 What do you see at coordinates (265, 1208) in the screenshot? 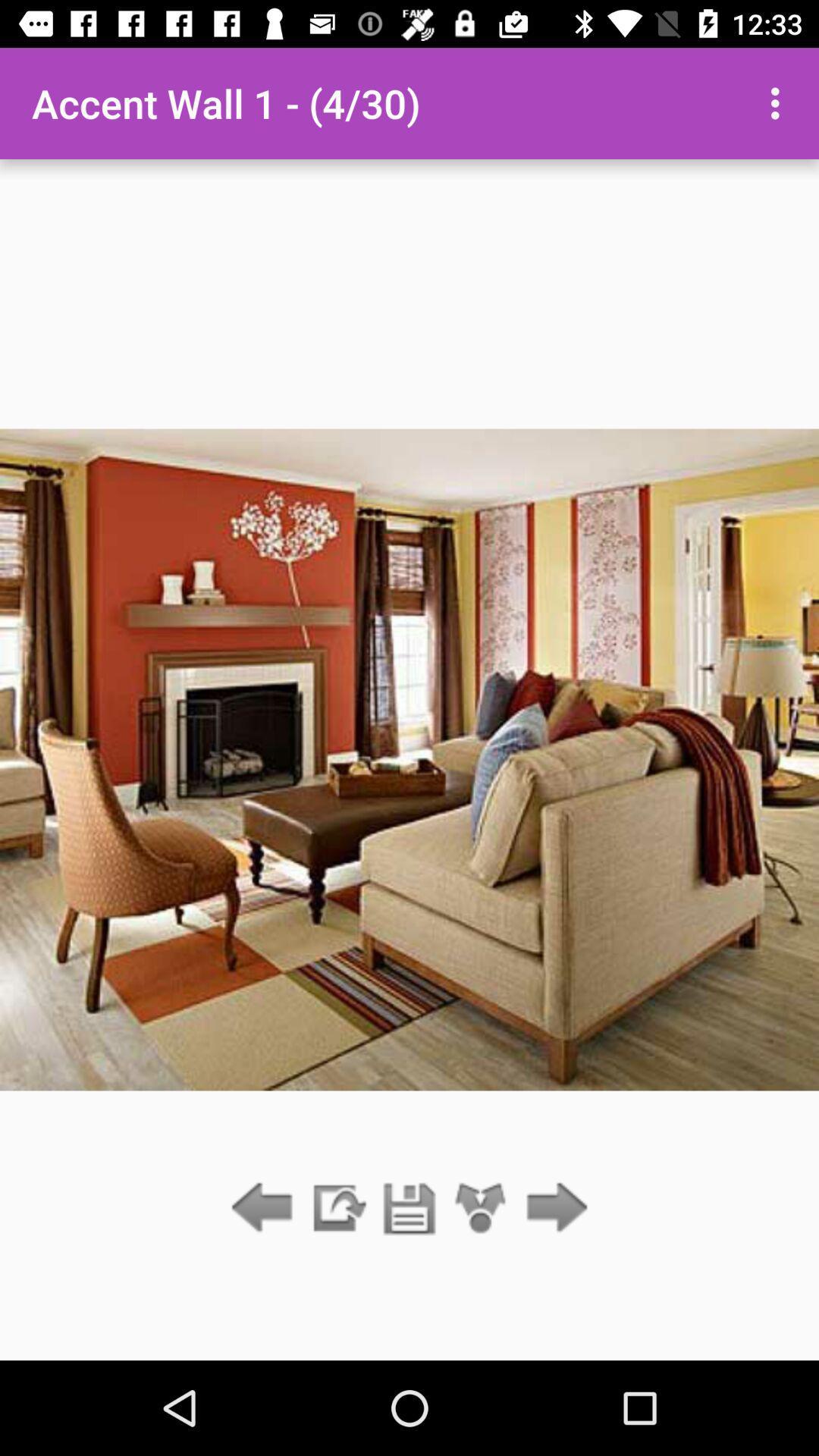
I see `the arrow_backward icon` at bounding box center [265, 1208].